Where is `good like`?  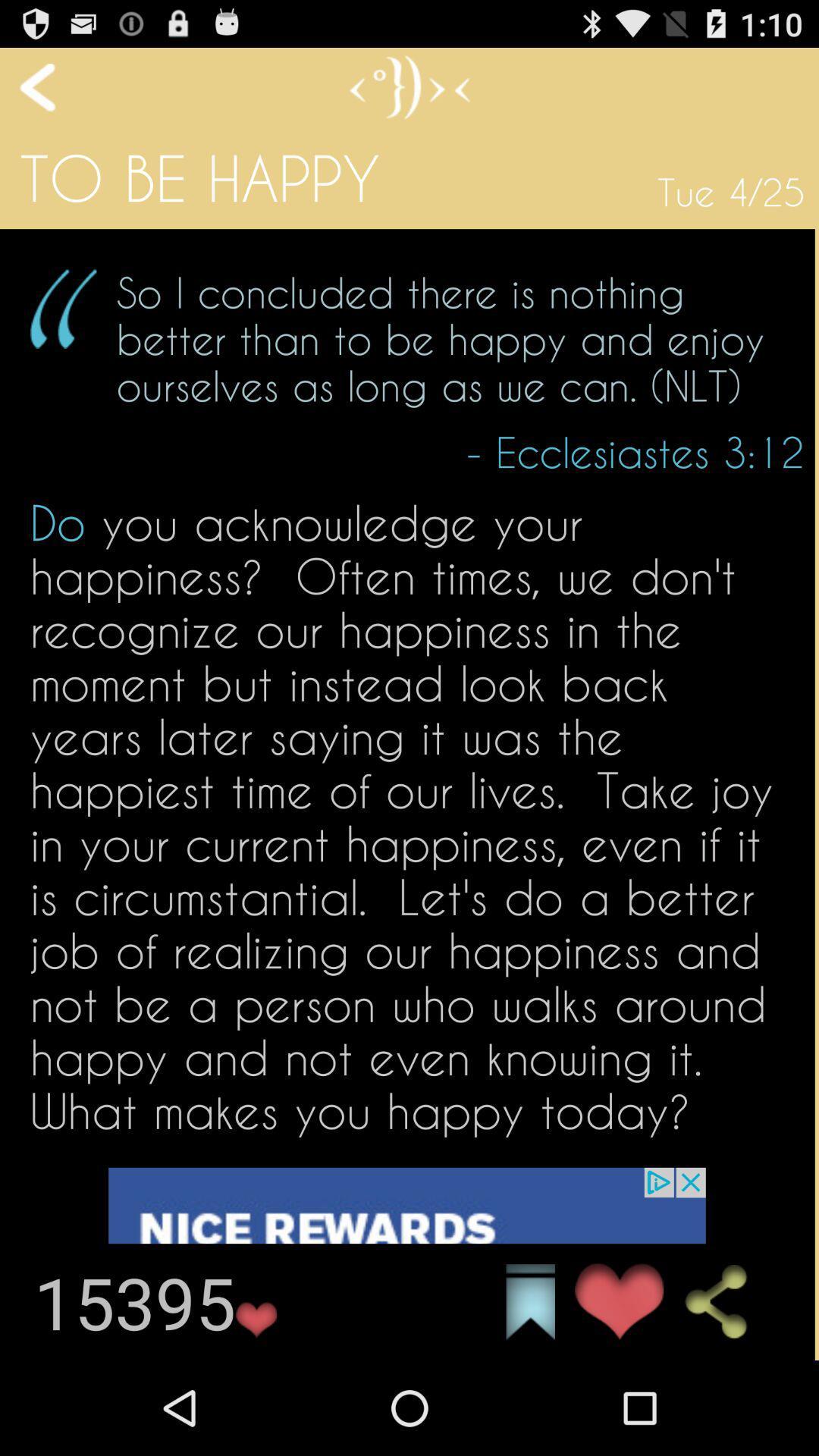 good like is located at coordinates (619, 1301).